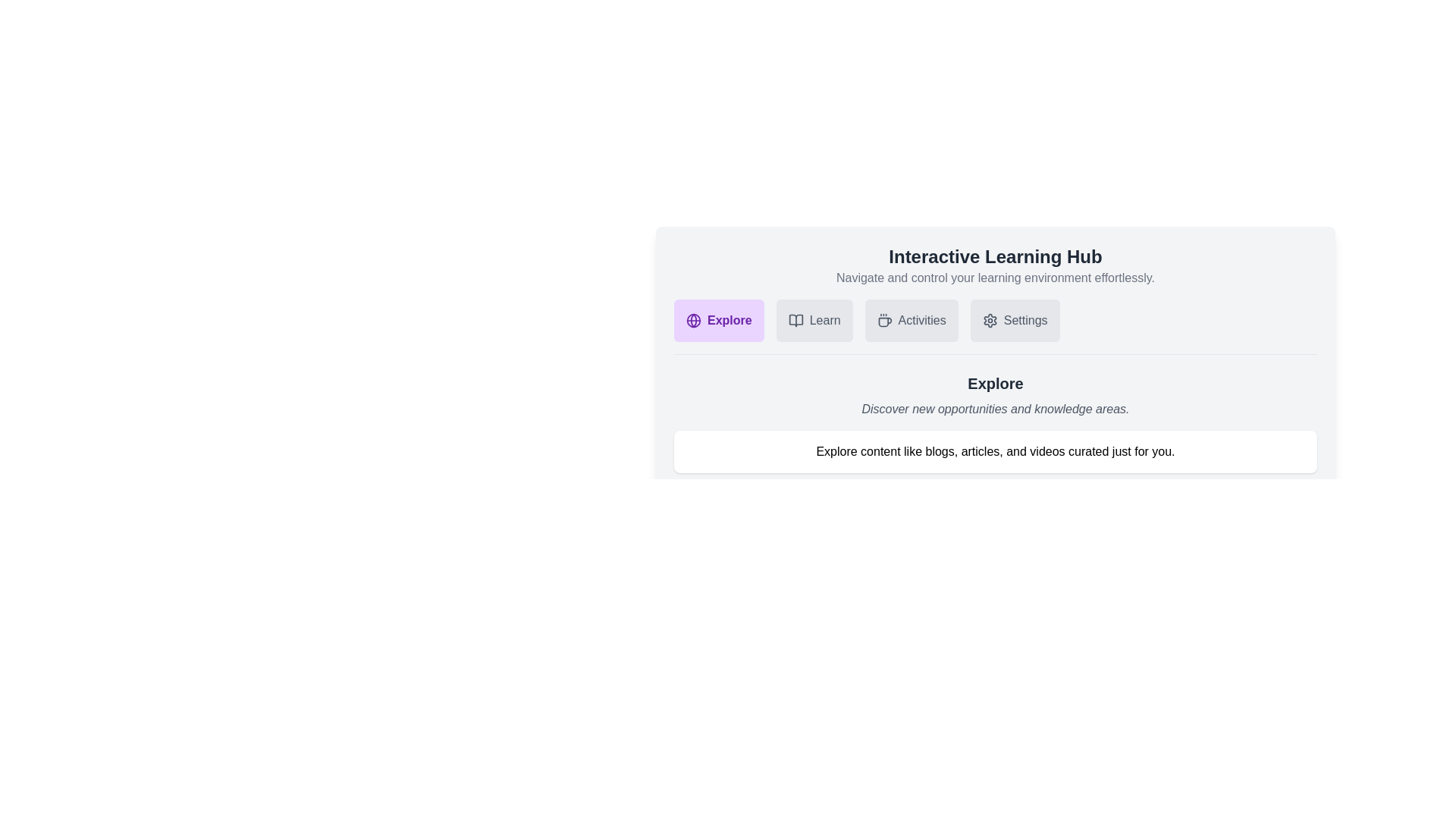  What do you see at coordinates (911, 320) in the screenshot?
I see `the 'Activities' button, which is a rectangular button with a soft gray background, an icon of a steaming coffee cup on the left, and the text 'Activities' in gray on the right, positioned in the horizontal navigation bar` at bounding box center [911, 320].